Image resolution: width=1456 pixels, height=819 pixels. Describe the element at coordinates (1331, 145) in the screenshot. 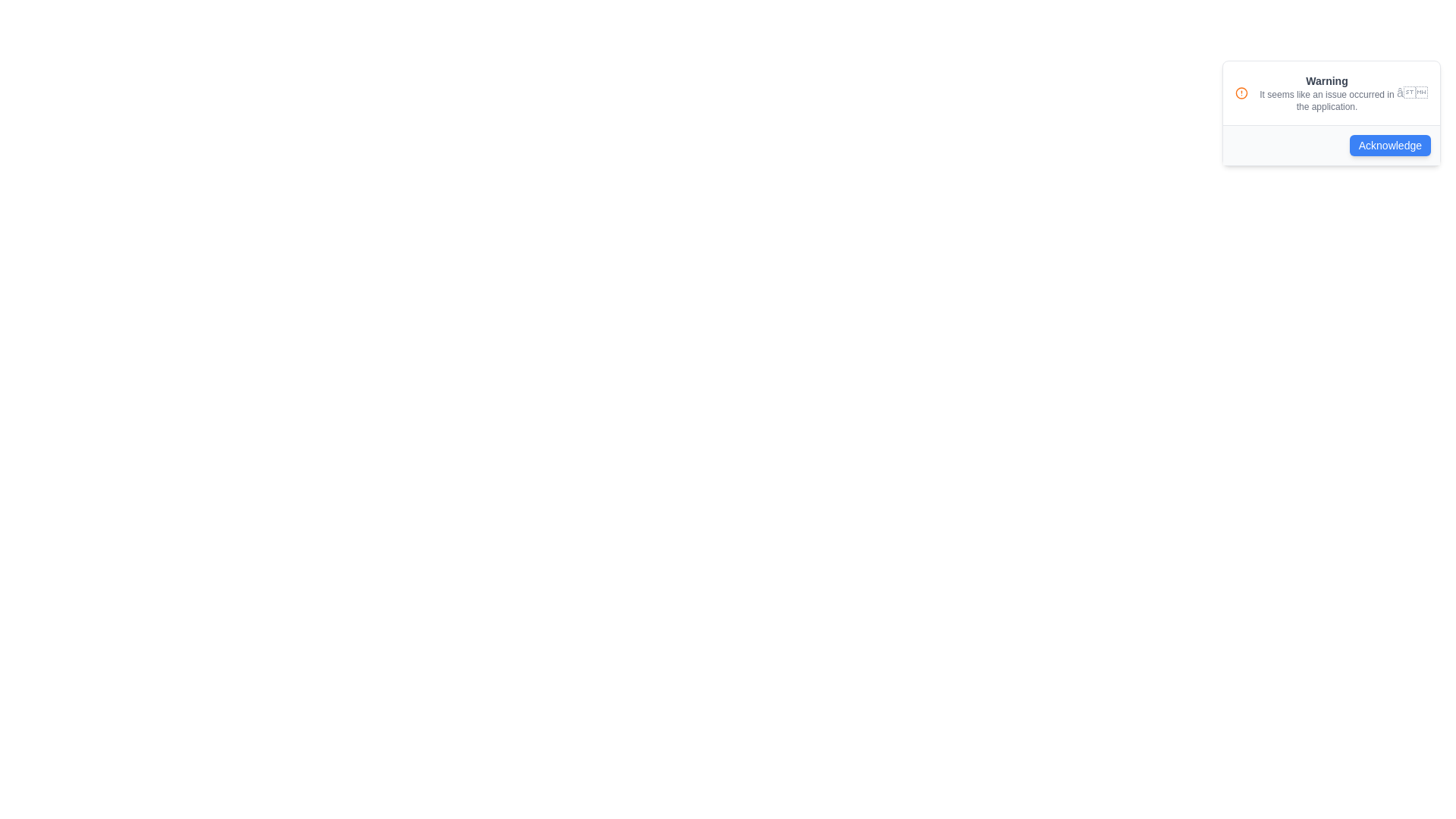

I see `the button in the bottom-right corner of the warning dialog` at that location.